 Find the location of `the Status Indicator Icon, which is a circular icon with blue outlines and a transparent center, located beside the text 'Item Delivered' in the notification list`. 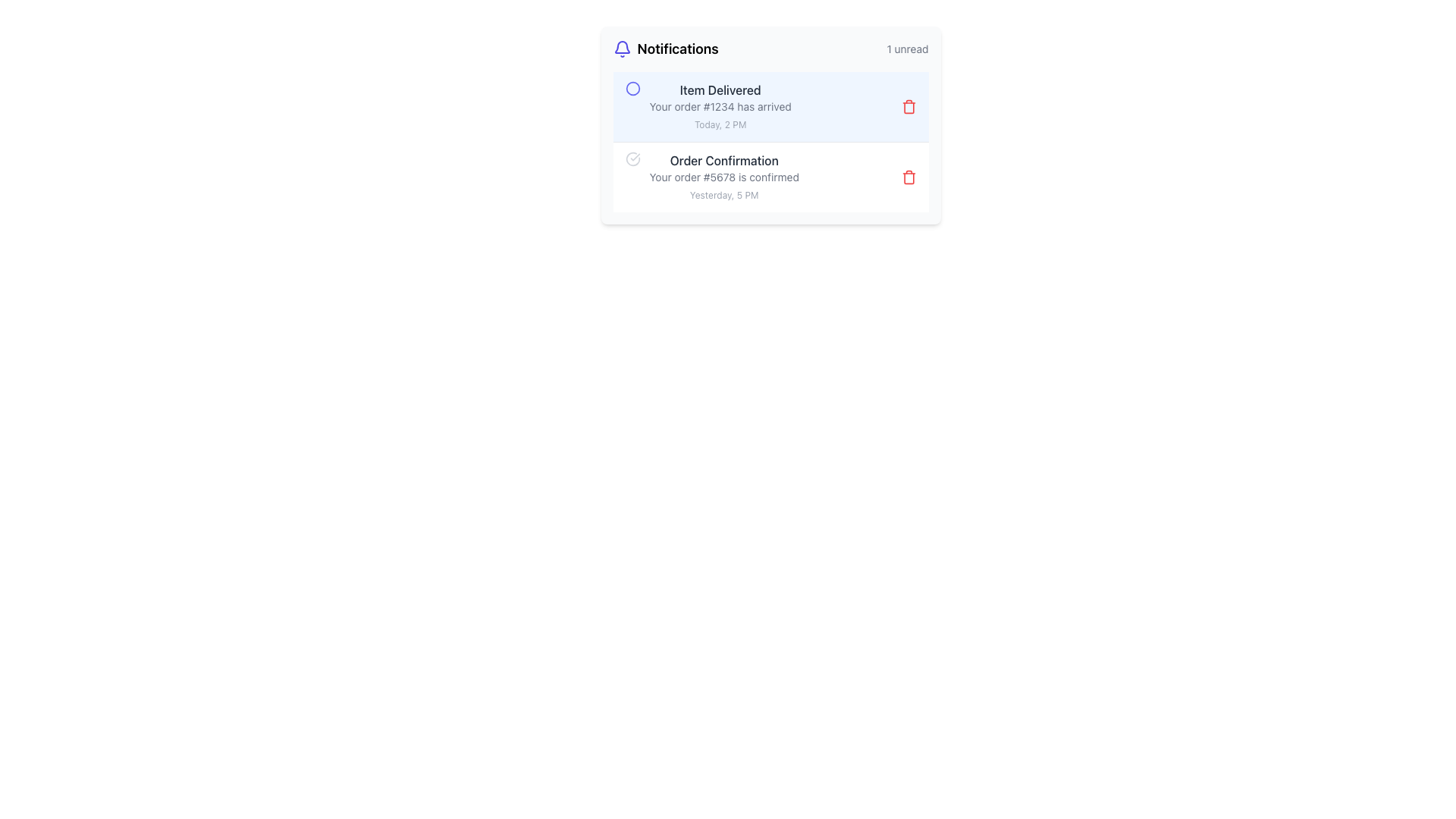

the Status Indicator Icon, which is a circular icon with blue outlines and a transparent center, located beside the text 'Item Delivered' in the notification list is located at coordinates (632, 88).